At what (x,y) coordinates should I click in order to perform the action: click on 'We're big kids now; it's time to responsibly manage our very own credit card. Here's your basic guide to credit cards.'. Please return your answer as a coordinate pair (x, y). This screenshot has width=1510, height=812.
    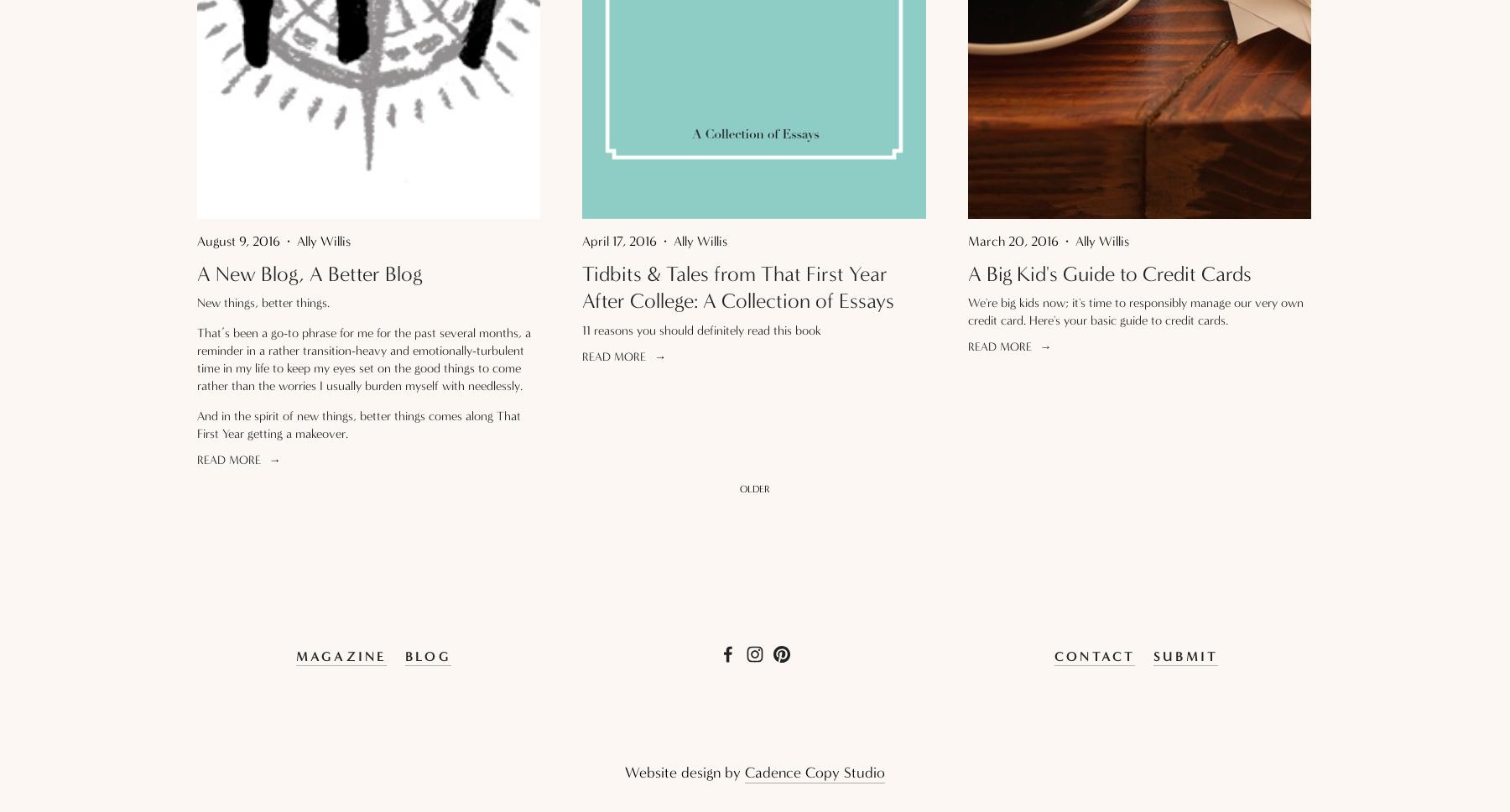
    Looking at the image, I should click on (1134, 310).